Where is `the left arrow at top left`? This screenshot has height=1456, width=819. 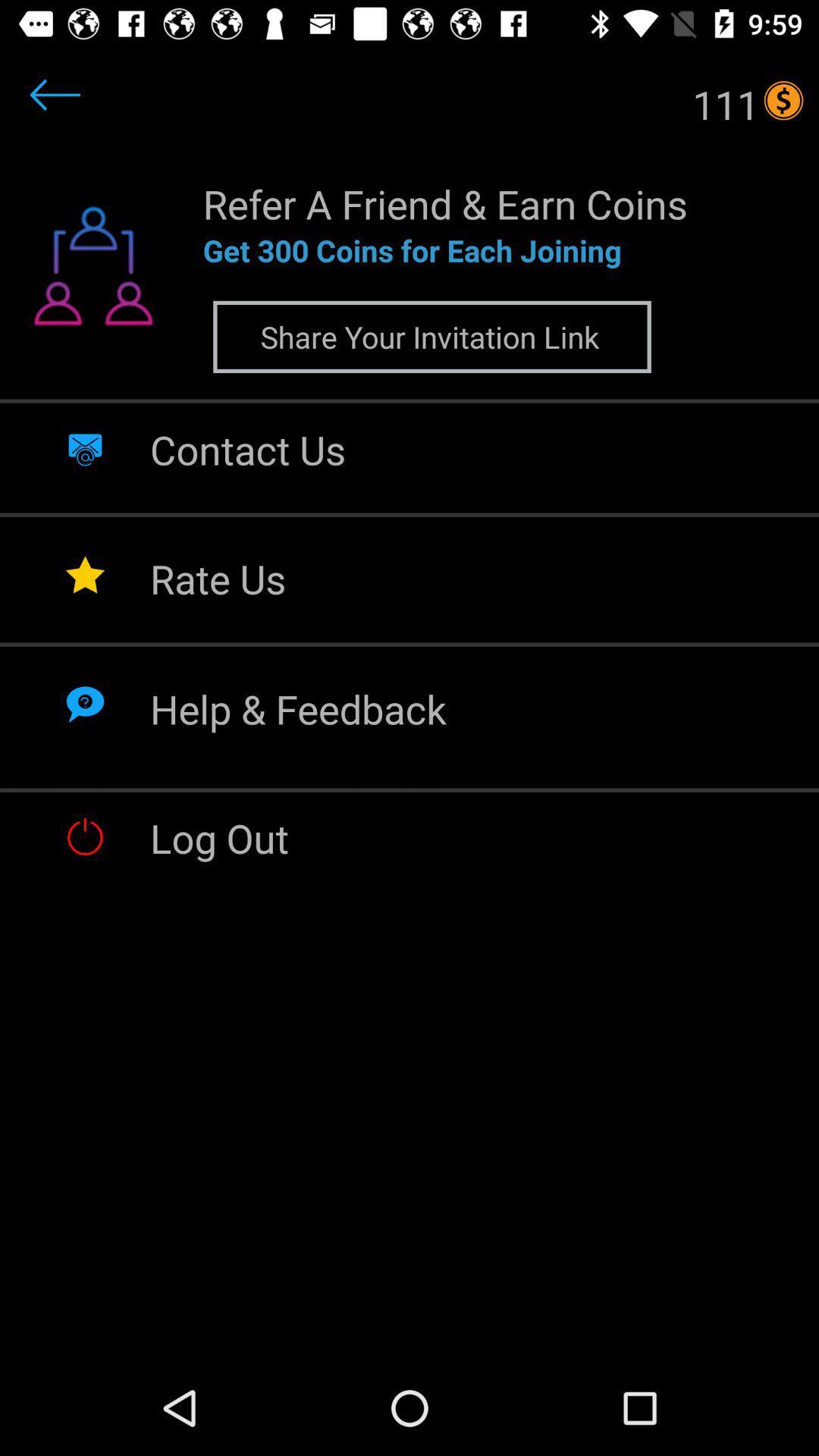
the left arrow at top left is located at coordinates (55, 94).